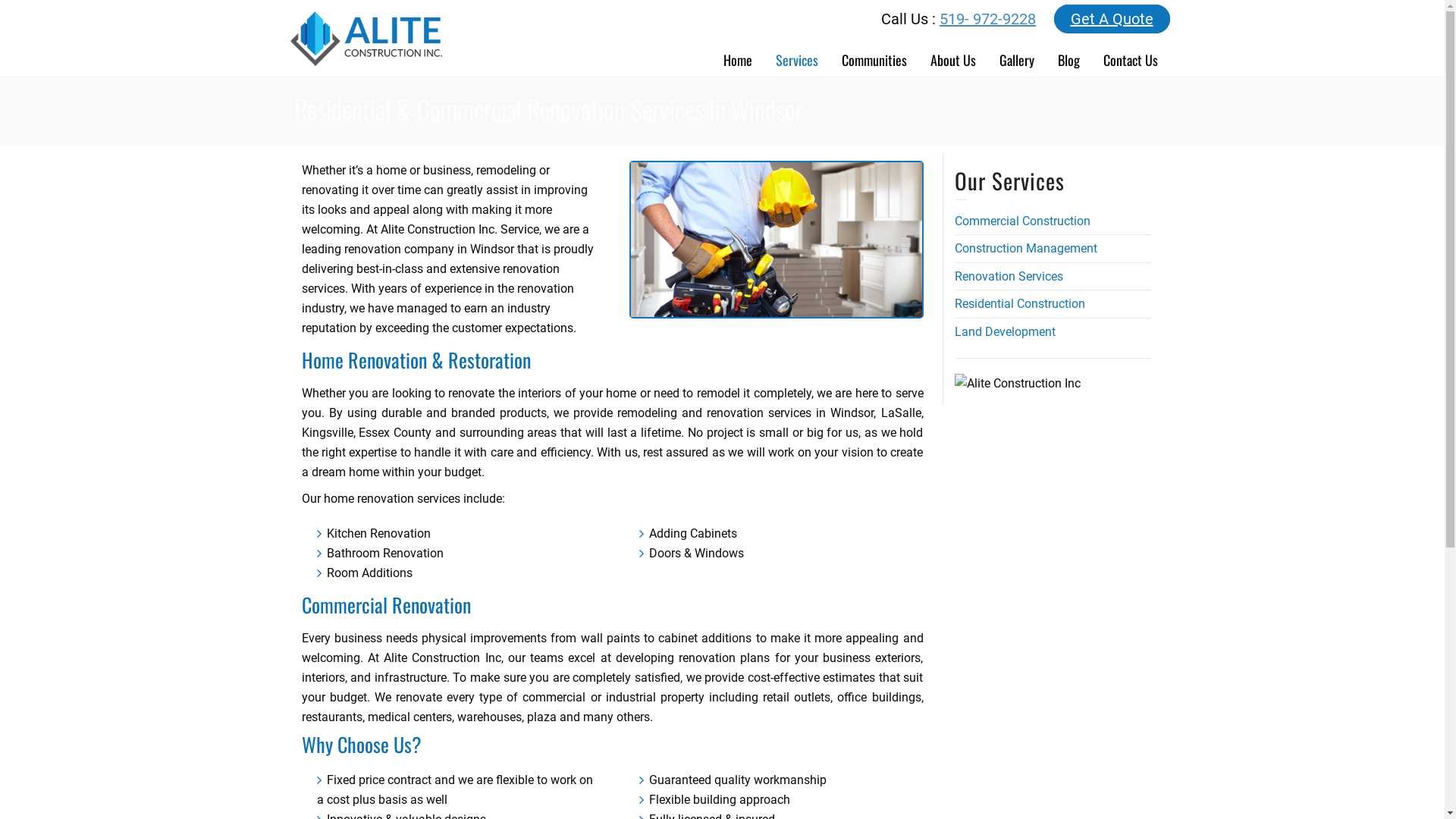 The image size is (1456, 819). Describe the element at coordinates (1021, 221) in the screenshot. I see `'Commercial Construction'` at that location.